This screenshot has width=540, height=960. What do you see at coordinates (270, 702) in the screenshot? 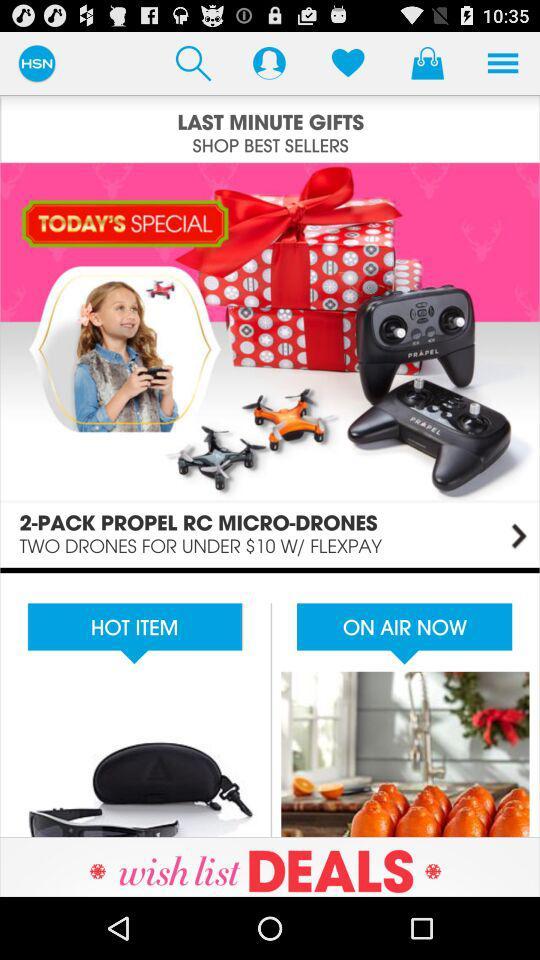
I see `clicks the hot items` at bounding box center [270, 702].